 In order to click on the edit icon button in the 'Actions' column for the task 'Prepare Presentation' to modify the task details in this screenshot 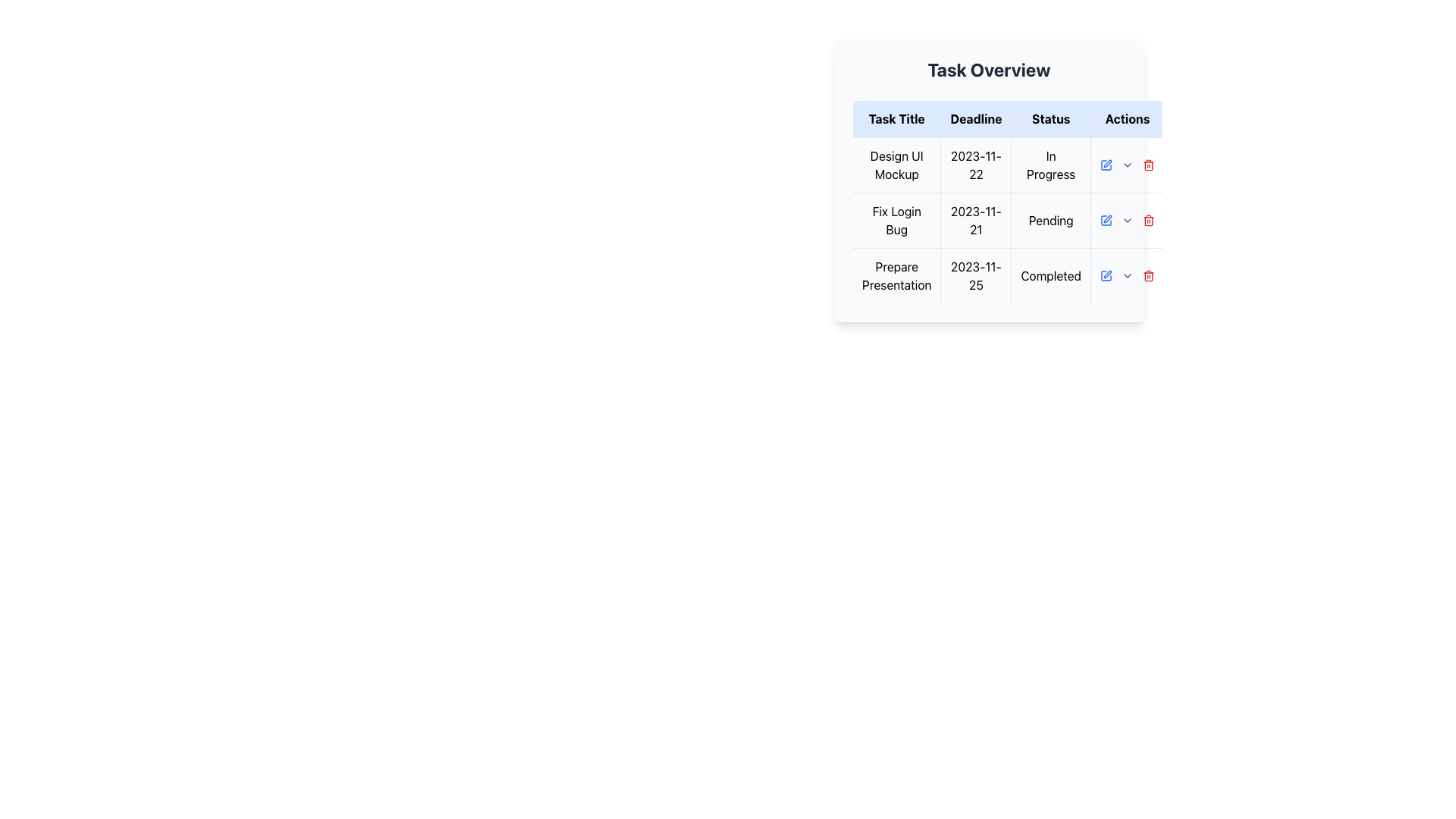, I will do `click(1106, 275)`.